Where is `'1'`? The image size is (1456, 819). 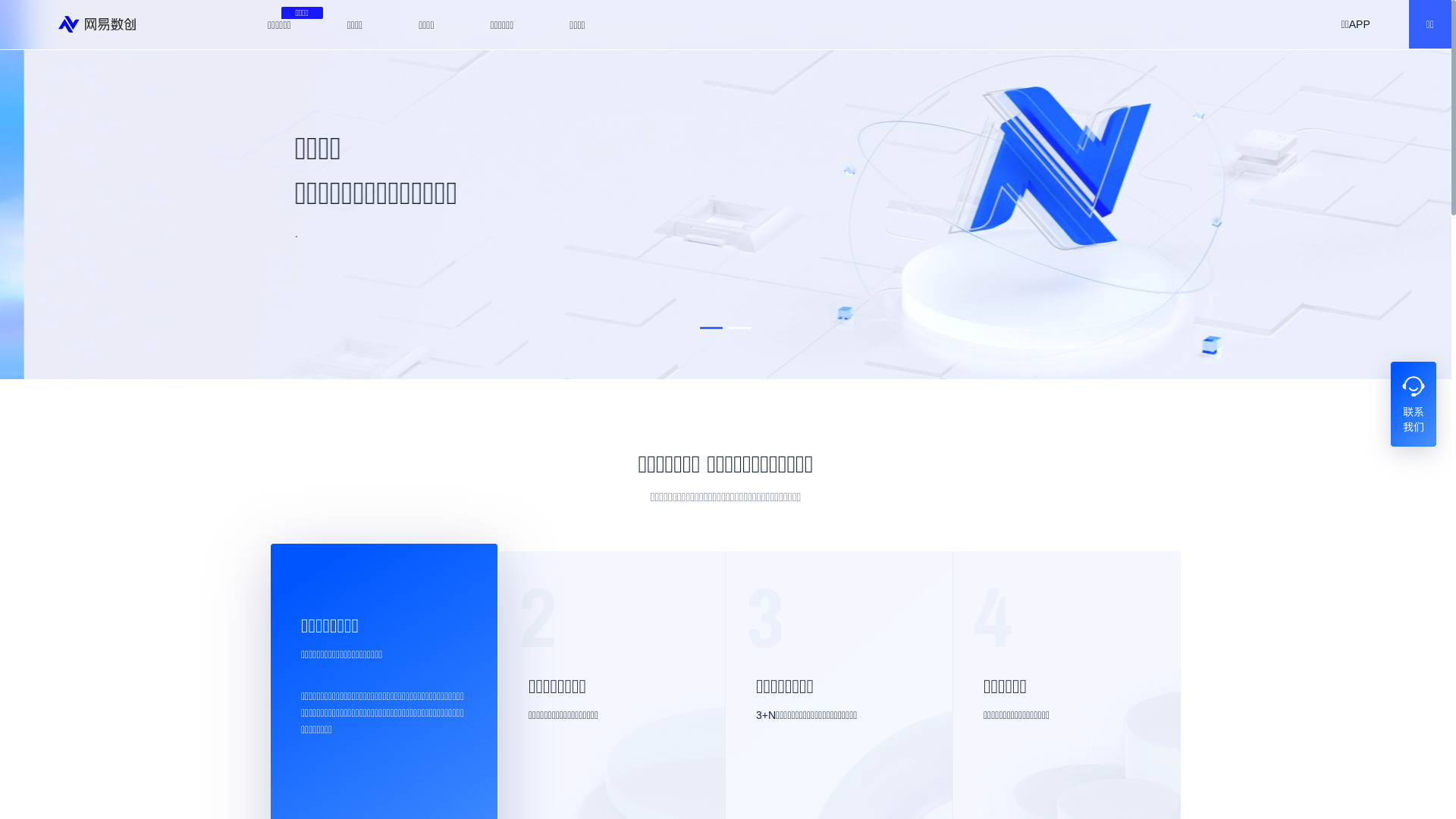
'1' is located at coordinates (710, 327).